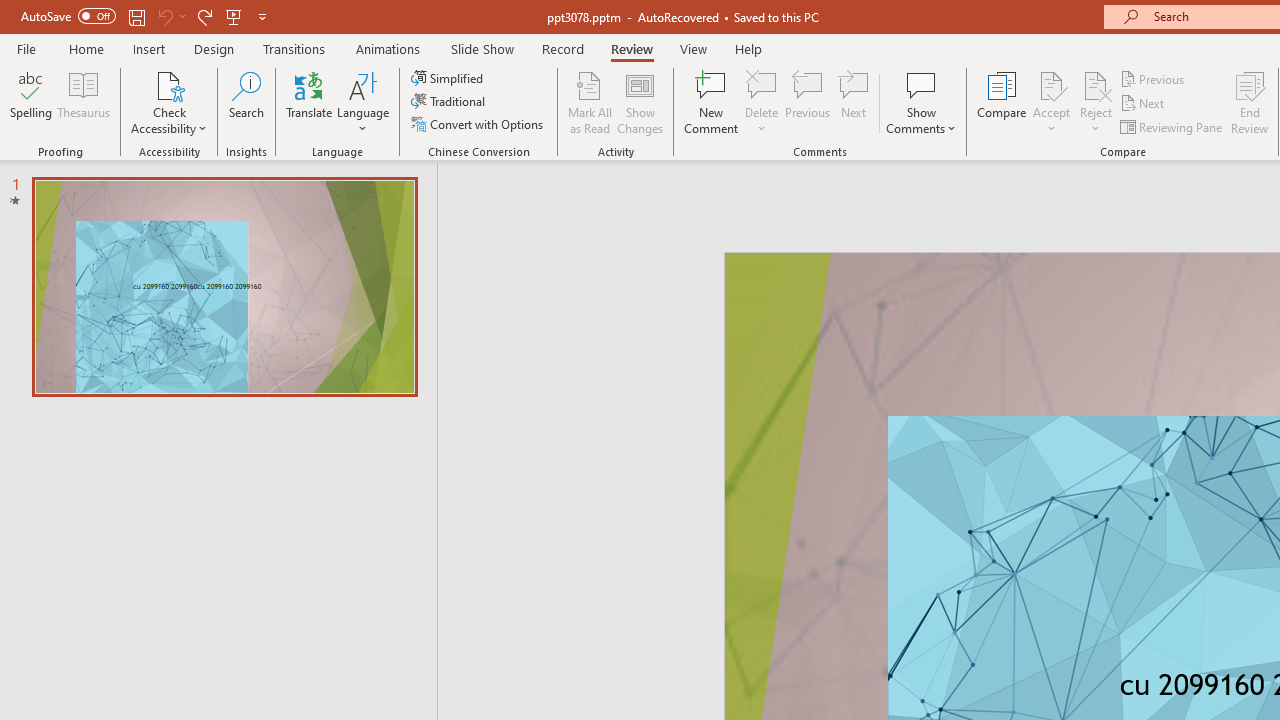  Describe the element at coordinates (1248, 103) in the screenshot. I see `'End Review'` at that location.